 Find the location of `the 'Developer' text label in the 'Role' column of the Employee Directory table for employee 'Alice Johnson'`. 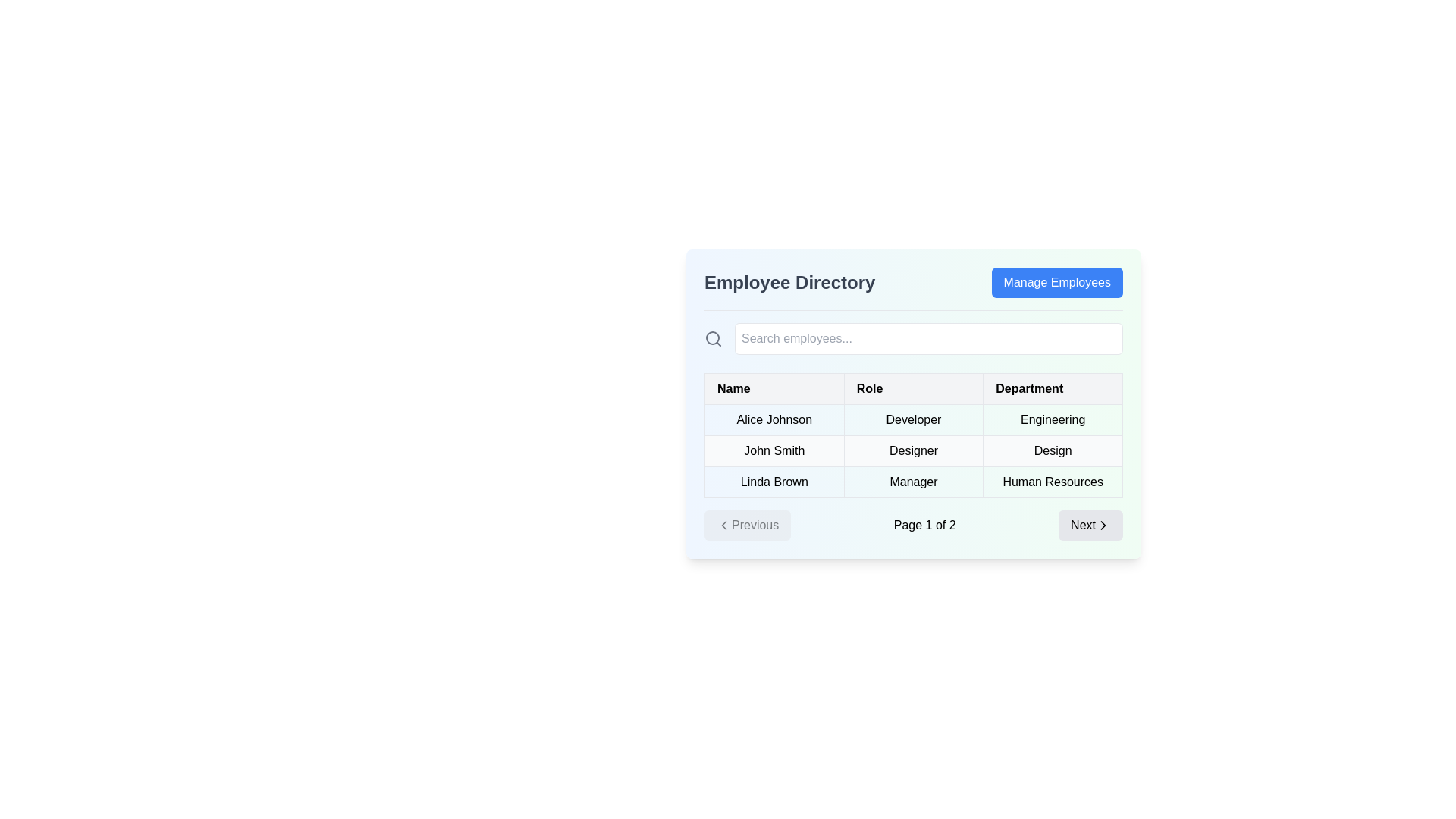

the 'Developer' text label in the 'Role' column of the Employee Directory table for employee 'Alice Johnson' is located at coordinates (912, 420).